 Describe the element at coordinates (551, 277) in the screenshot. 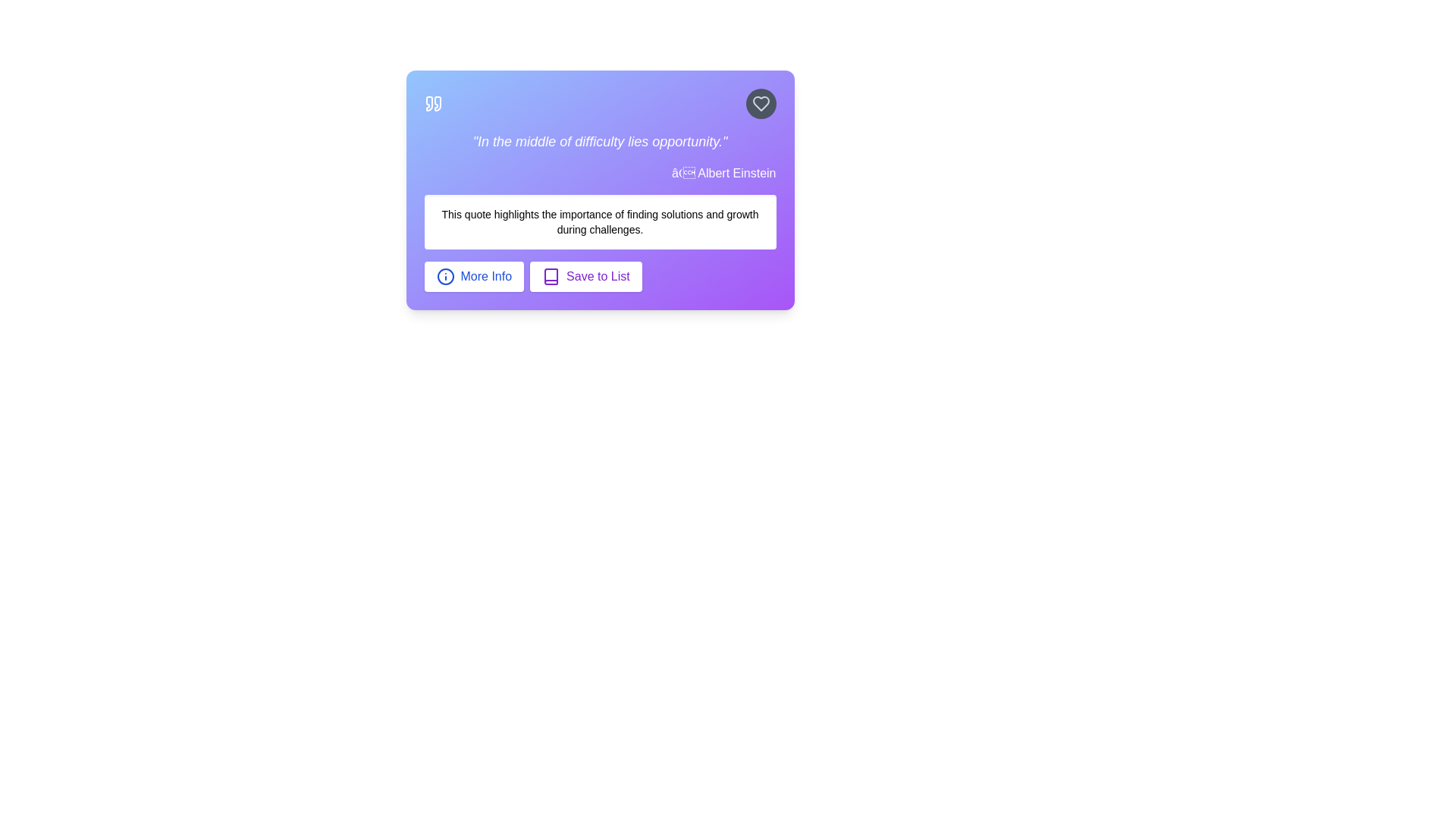

I see `the save icon located inside the 'Save to List' button` at that location.